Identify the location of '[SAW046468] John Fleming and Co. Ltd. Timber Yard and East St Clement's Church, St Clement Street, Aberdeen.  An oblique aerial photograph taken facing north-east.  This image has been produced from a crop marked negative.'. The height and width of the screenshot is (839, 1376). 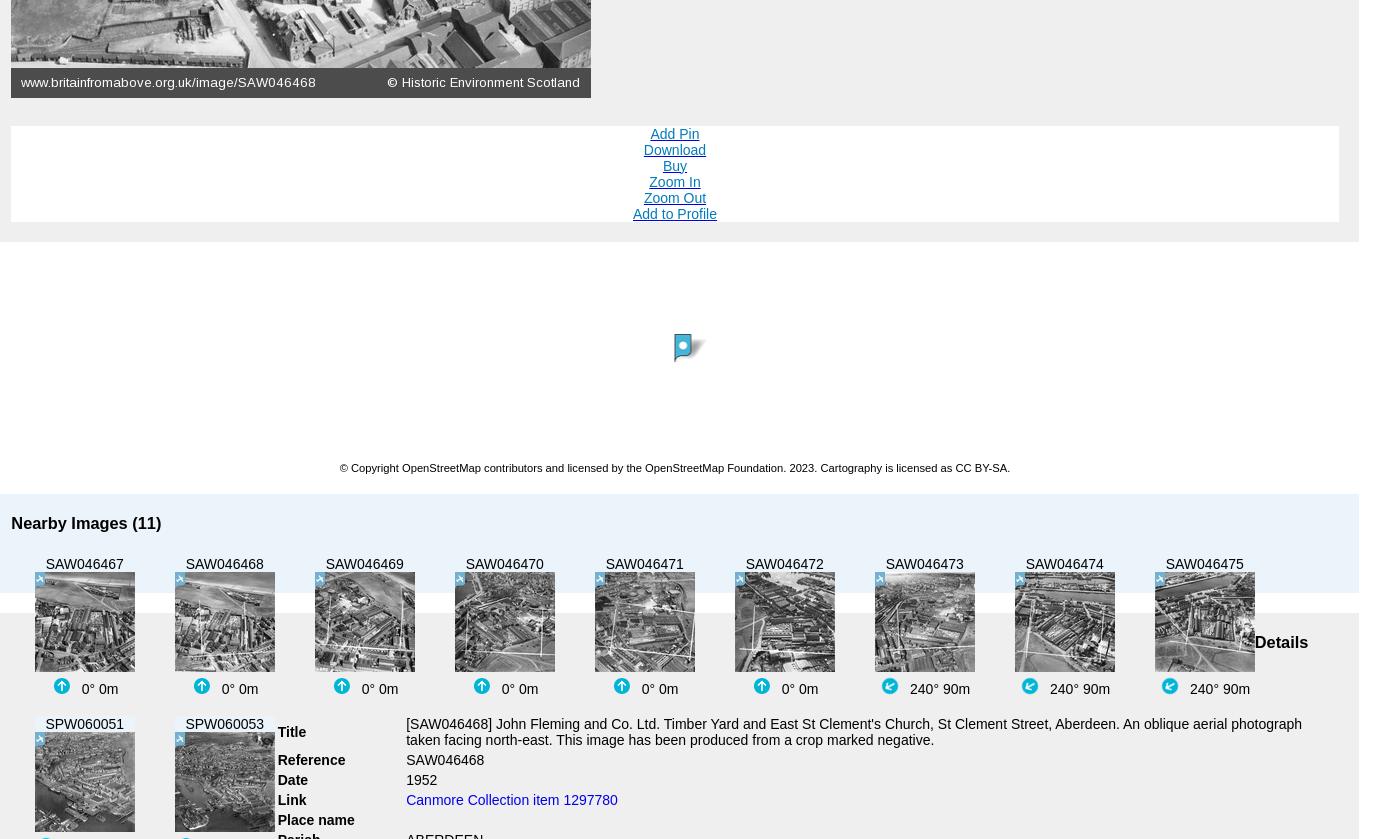
(405, 730).